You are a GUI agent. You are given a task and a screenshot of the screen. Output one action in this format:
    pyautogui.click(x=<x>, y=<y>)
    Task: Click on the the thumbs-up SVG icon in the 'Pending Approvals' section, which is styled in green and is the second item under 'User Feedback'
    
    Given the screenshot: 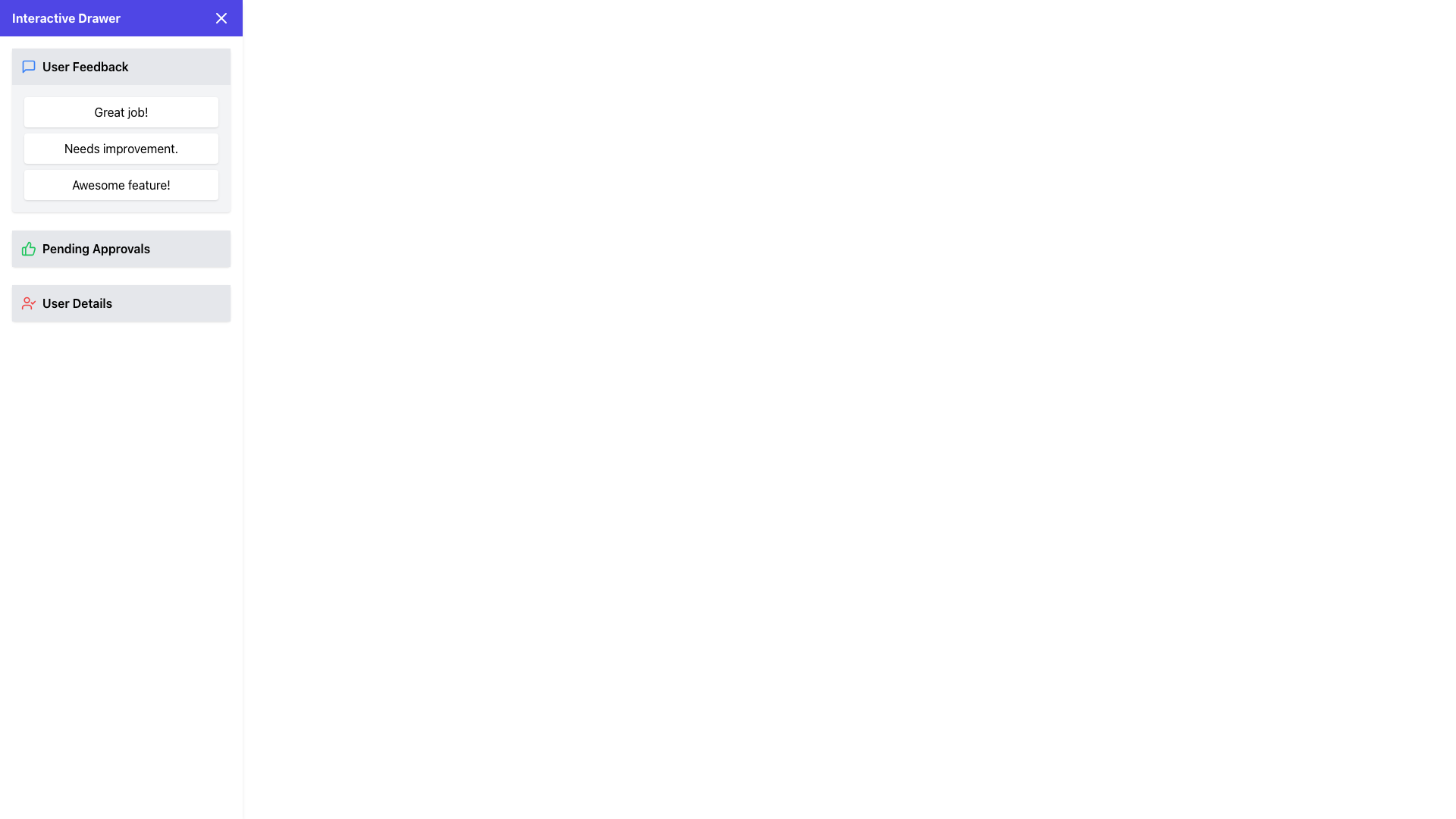 What is the action you would take?
    pyautogui.click(x=29, y=247)
    